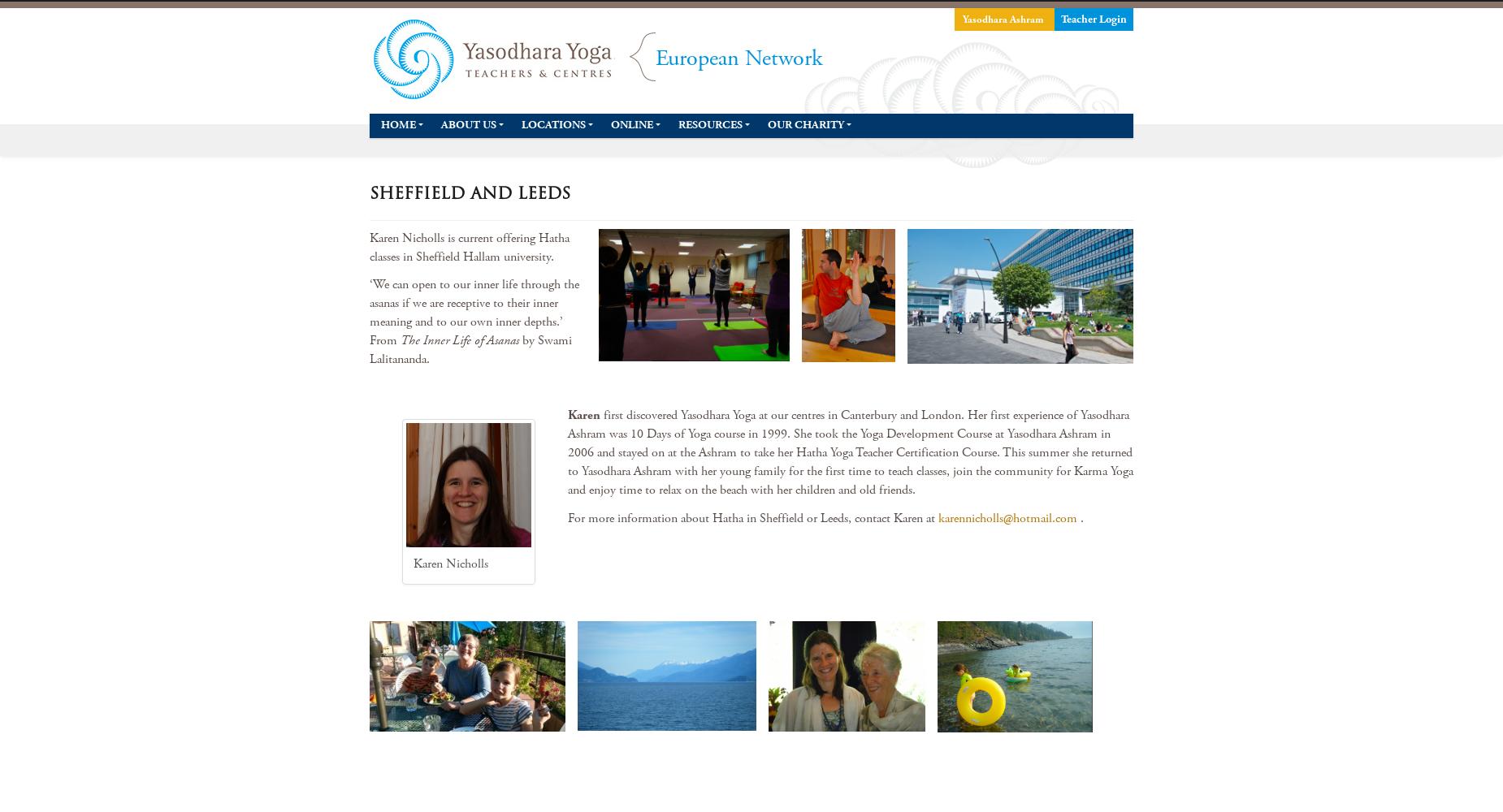 This screenshot has height=812, width=1503. What do you see at coordinates (1007, 517) in the screenshot?
I see `'karennicholls@hotmail.com'` at bounding box center [1007, 517].